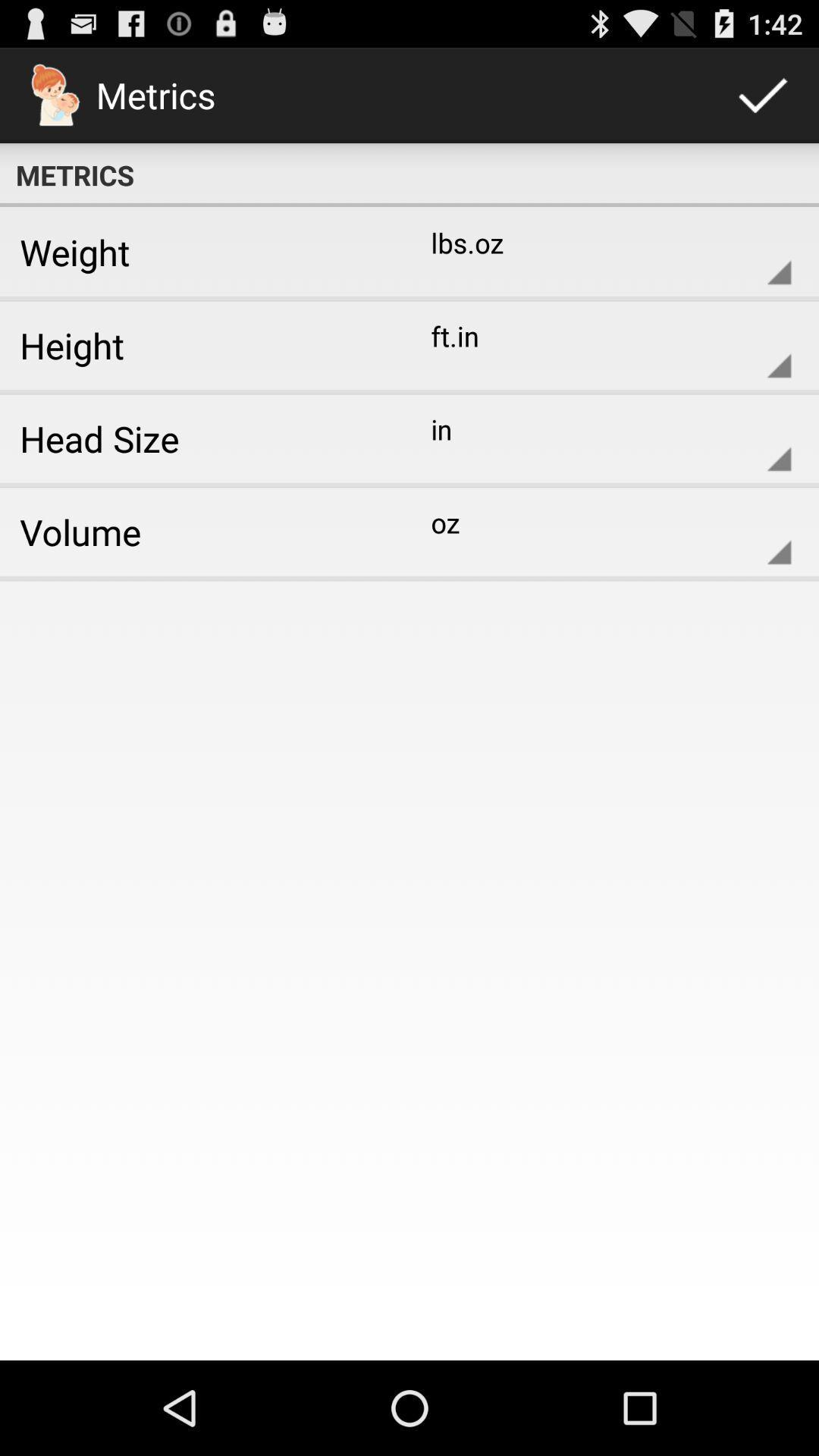 Image resolution: width=819 pixels, height=1456 pixels. I want to click on app to the right of metrics icon, so click(763, 94).